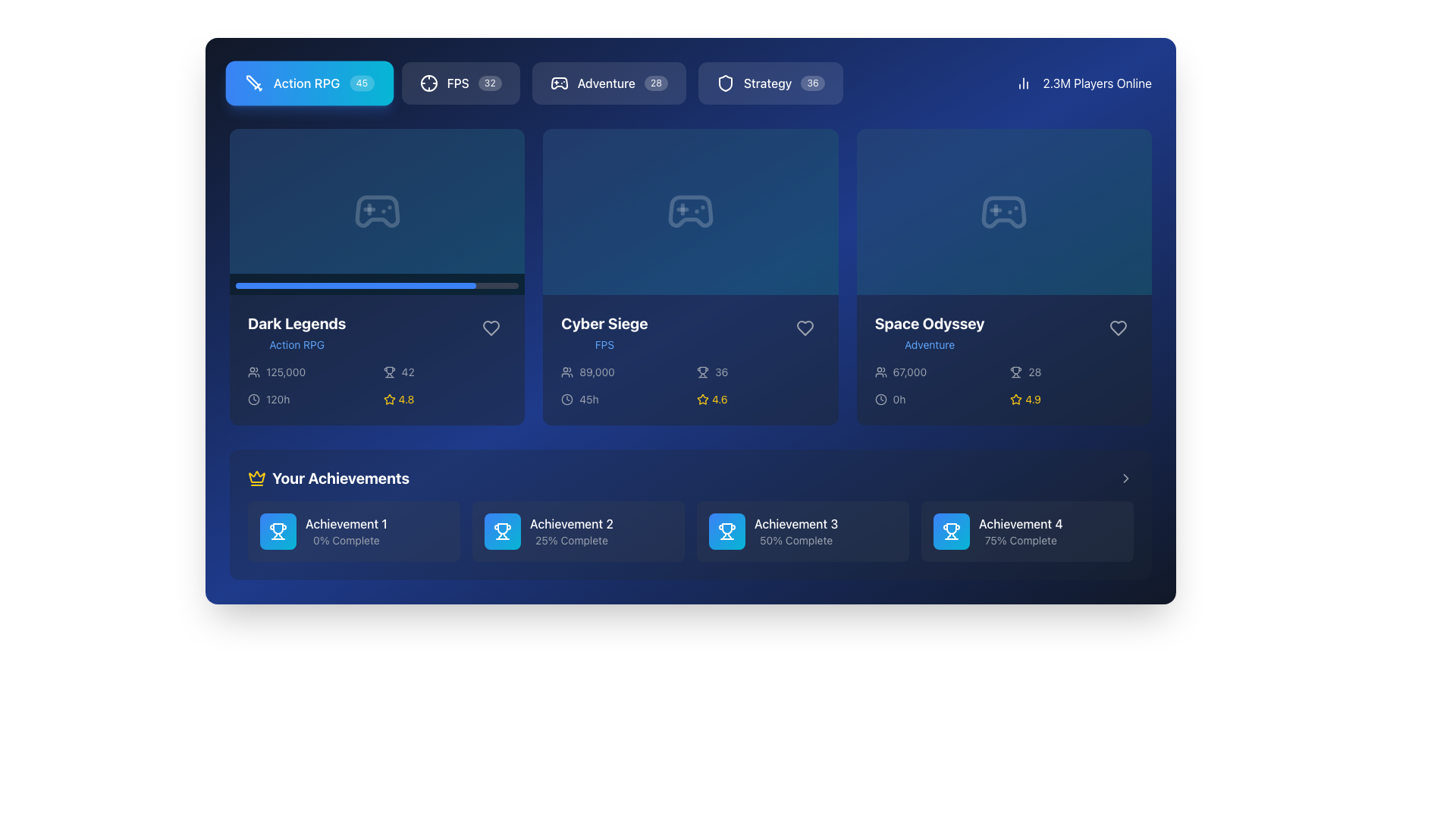  I want to click on the user icon located at the bottom-left corner of the 'Dark Legends' card, which is styled with gray outlines and positioned next to the text '125,000', to use it as visual support for the text, so click(254, 371).